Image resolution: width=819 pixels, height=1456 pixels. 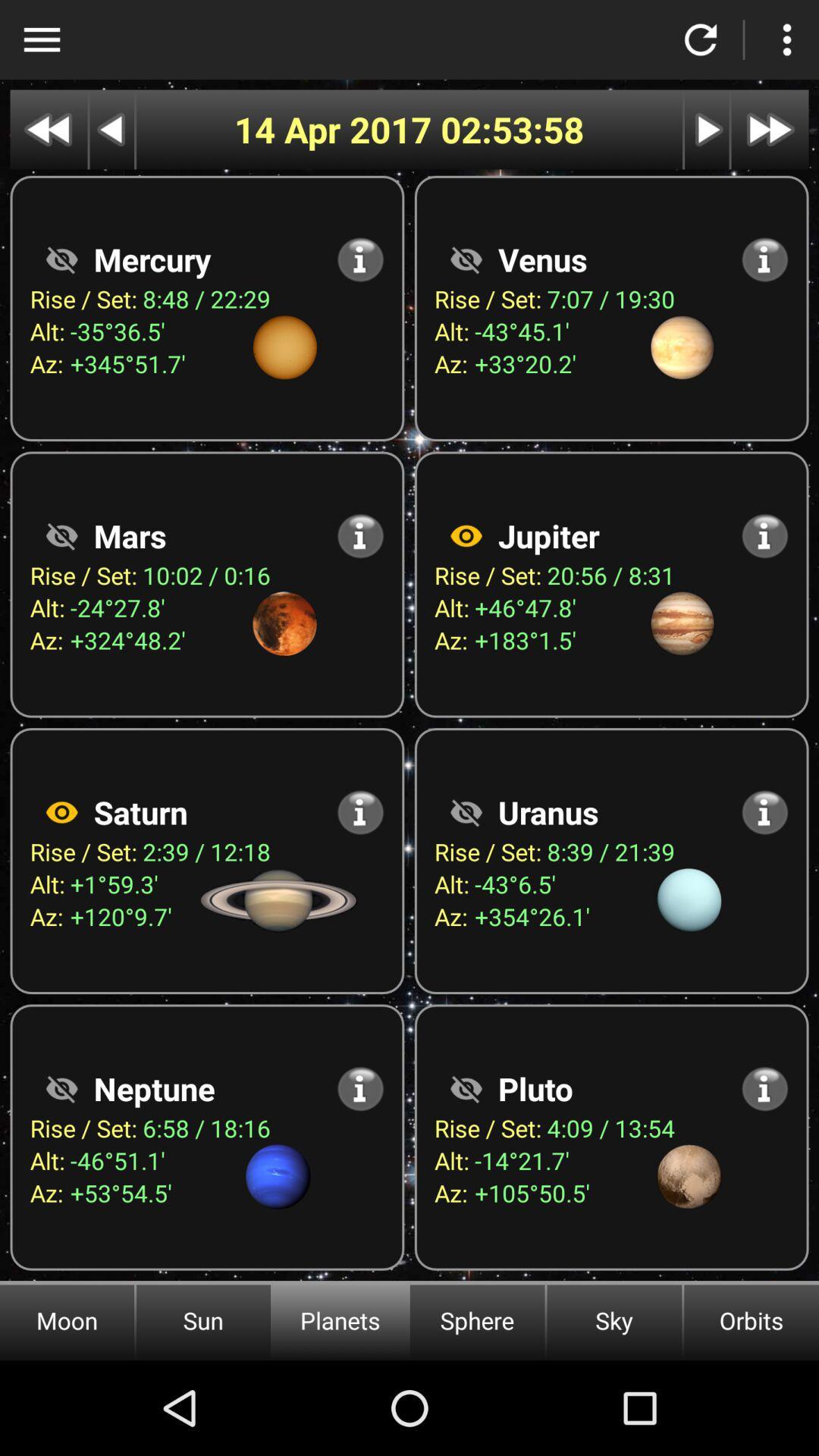 What do you see at coordinates (764, 259) in the screenshot?
I see `the info icon` at bounding box center [764, 259].